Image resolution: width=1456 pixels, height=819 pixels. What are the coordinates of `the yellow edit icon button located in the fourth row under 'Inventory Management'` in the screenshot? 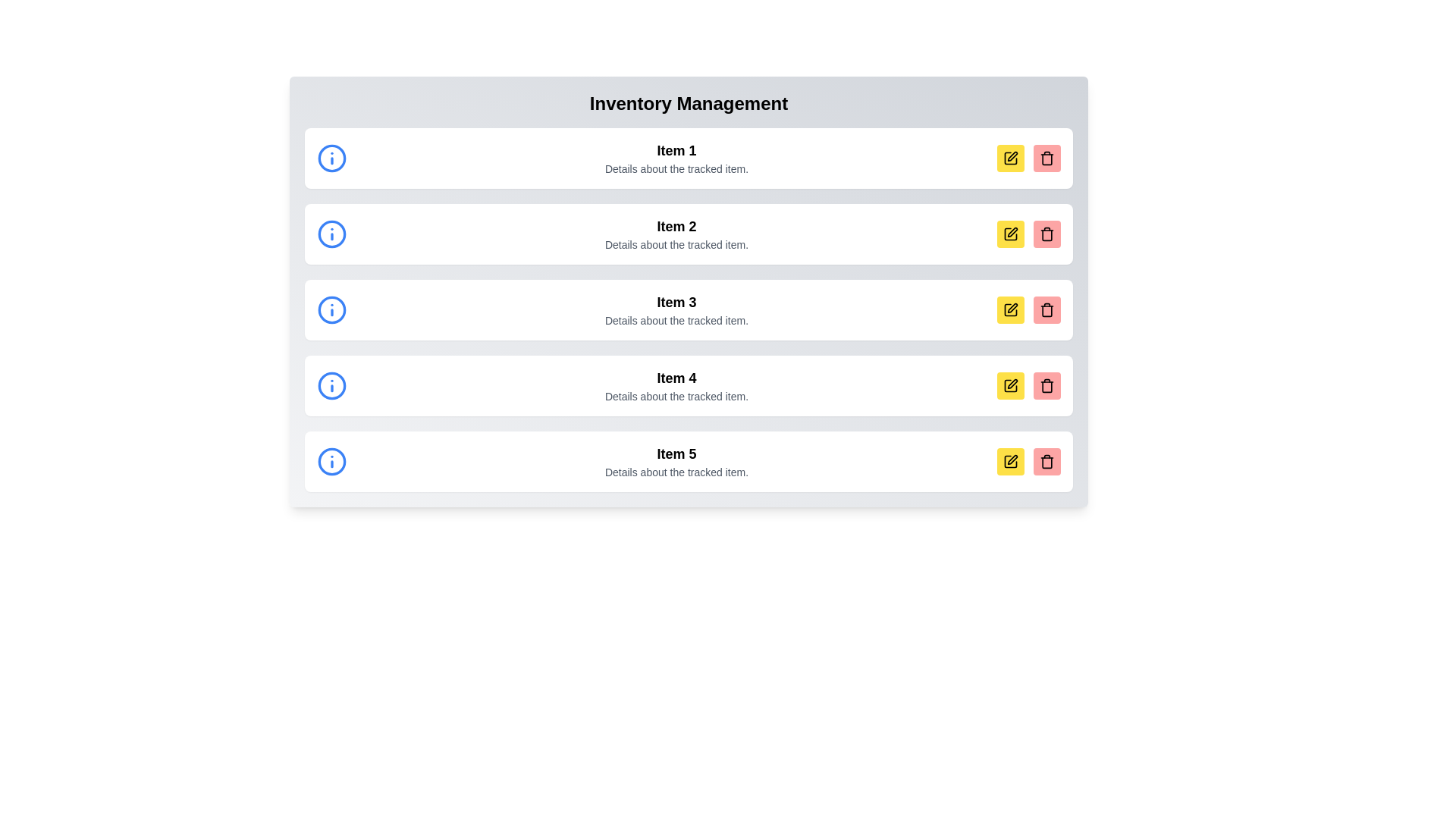 It's located at (1011, 309).